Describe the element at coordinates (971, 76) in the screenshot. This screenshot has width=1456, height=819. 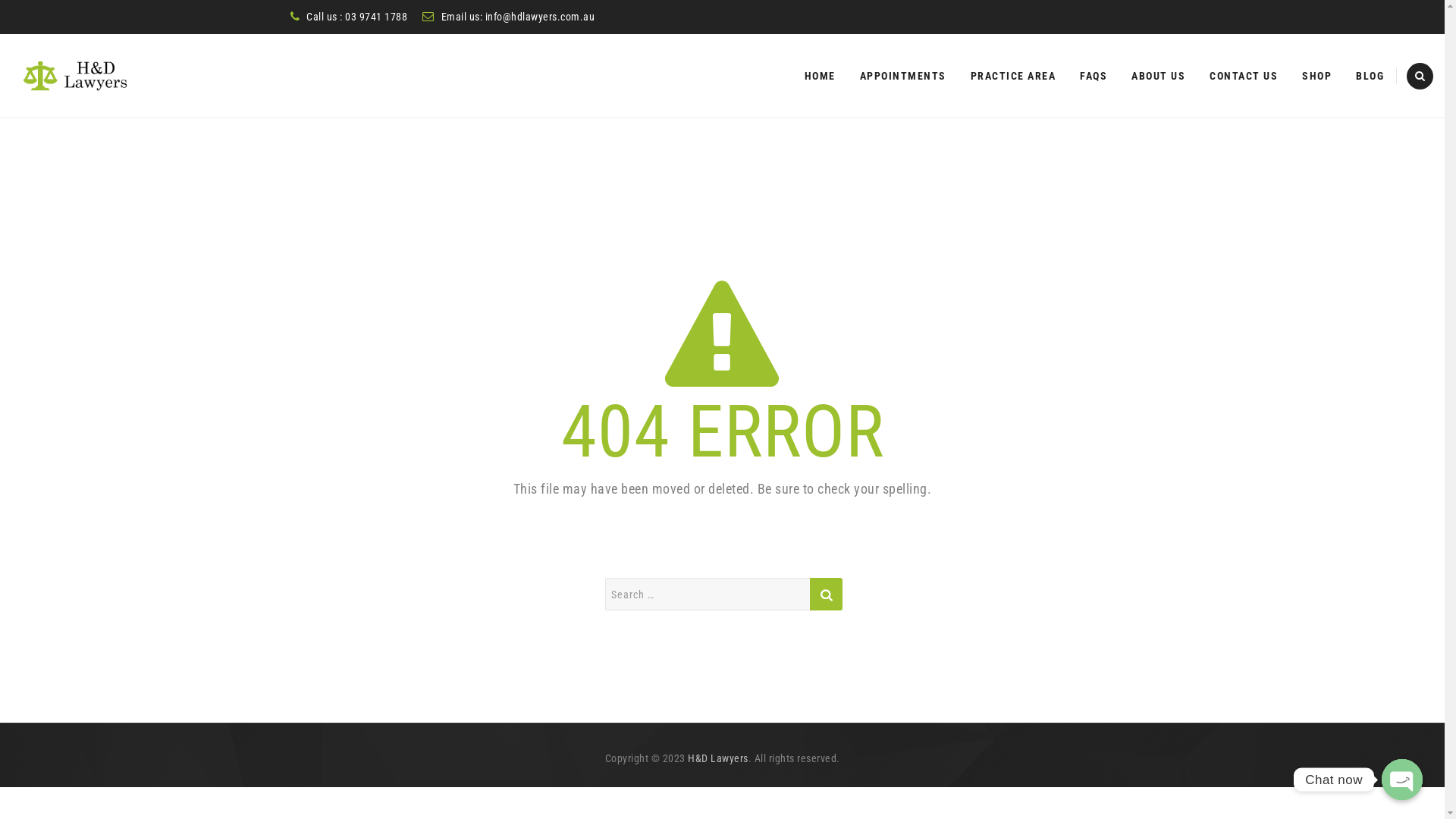
I see `'PRACTICE AREA'` at that location.